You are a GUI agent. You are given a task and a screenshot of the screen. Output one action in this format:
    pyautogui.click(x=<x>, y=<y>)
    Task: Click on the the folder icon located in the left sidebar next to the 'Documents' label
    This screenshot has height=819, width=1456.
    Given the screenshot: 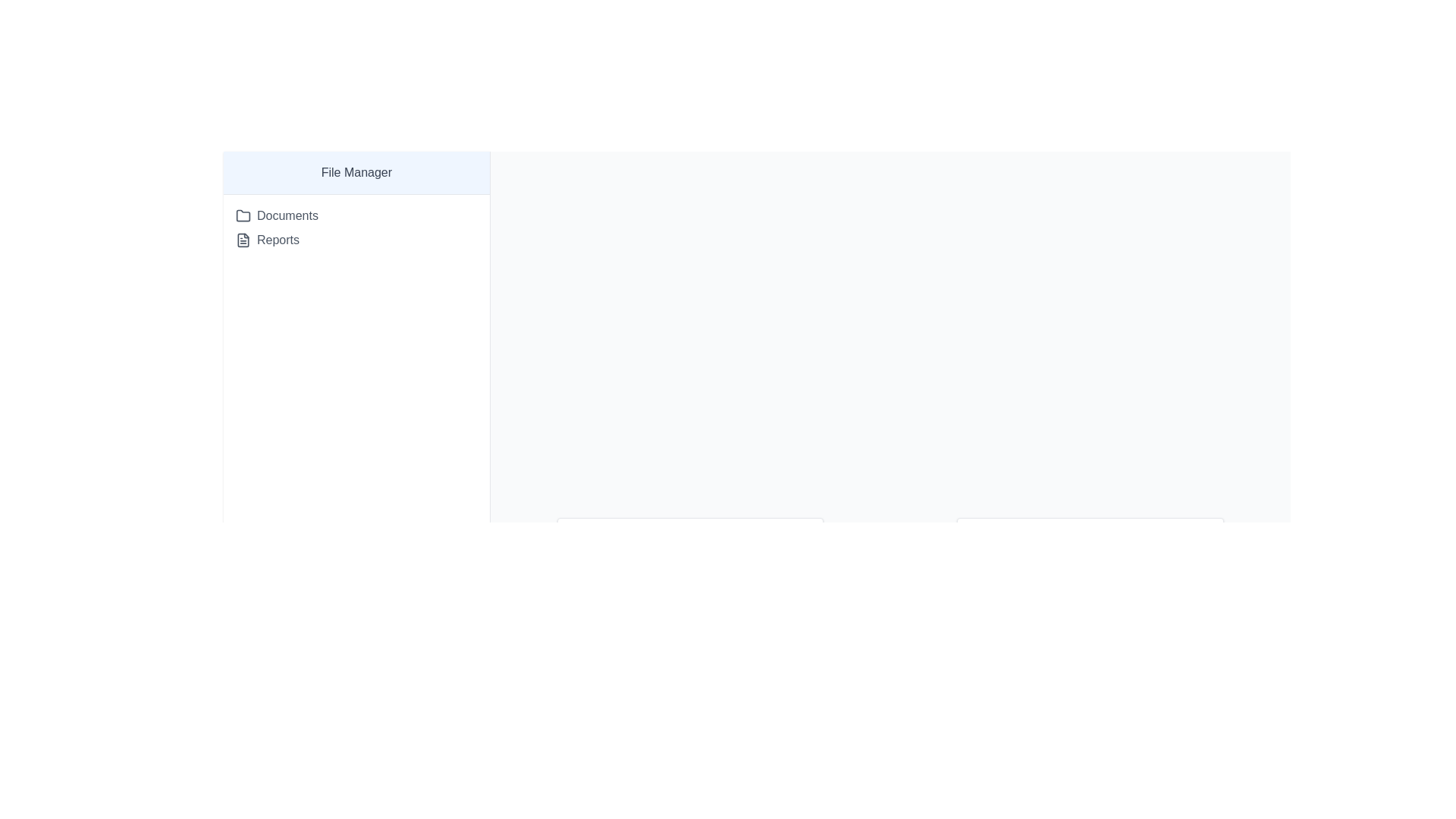 What is the action you would take?
    pyautogui.click(x=243, y=216)
    